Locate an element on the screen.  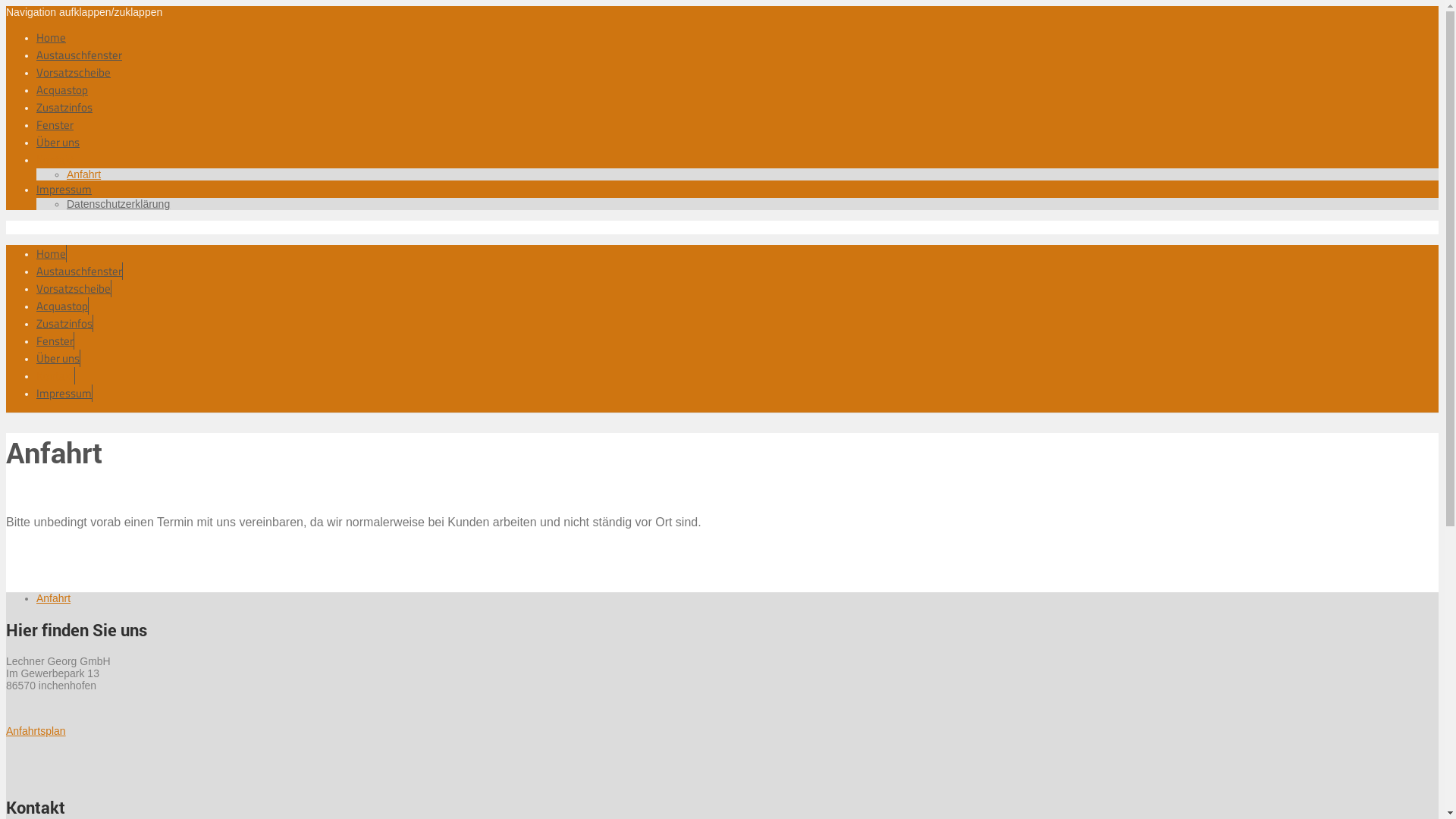
'Vorsatzscheibe' is located at coordinates (72, 72).